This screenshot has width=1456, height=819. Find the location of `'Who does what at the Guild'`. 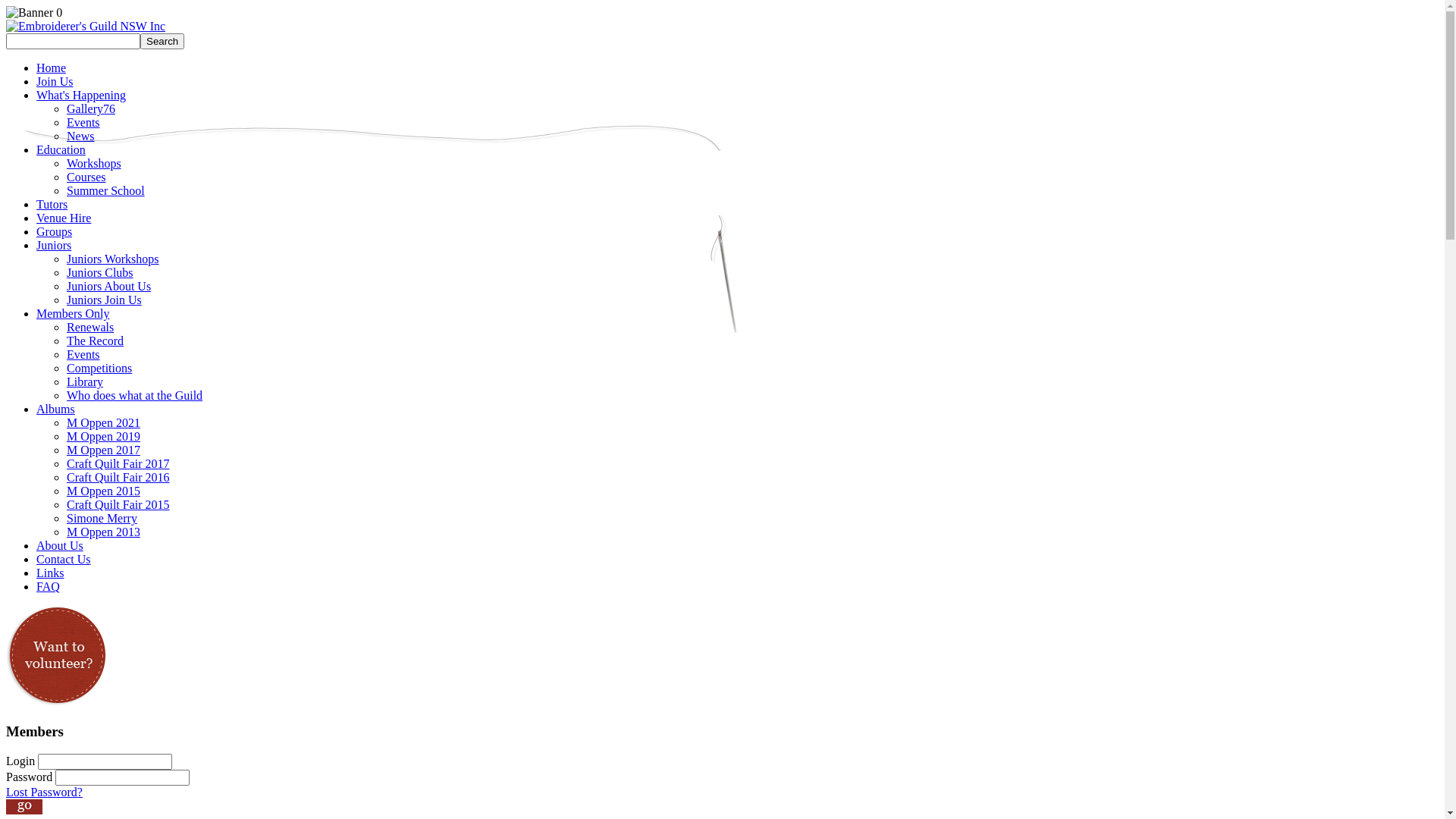

'Who does what at the Guild' is located at coordinates (134, 394).